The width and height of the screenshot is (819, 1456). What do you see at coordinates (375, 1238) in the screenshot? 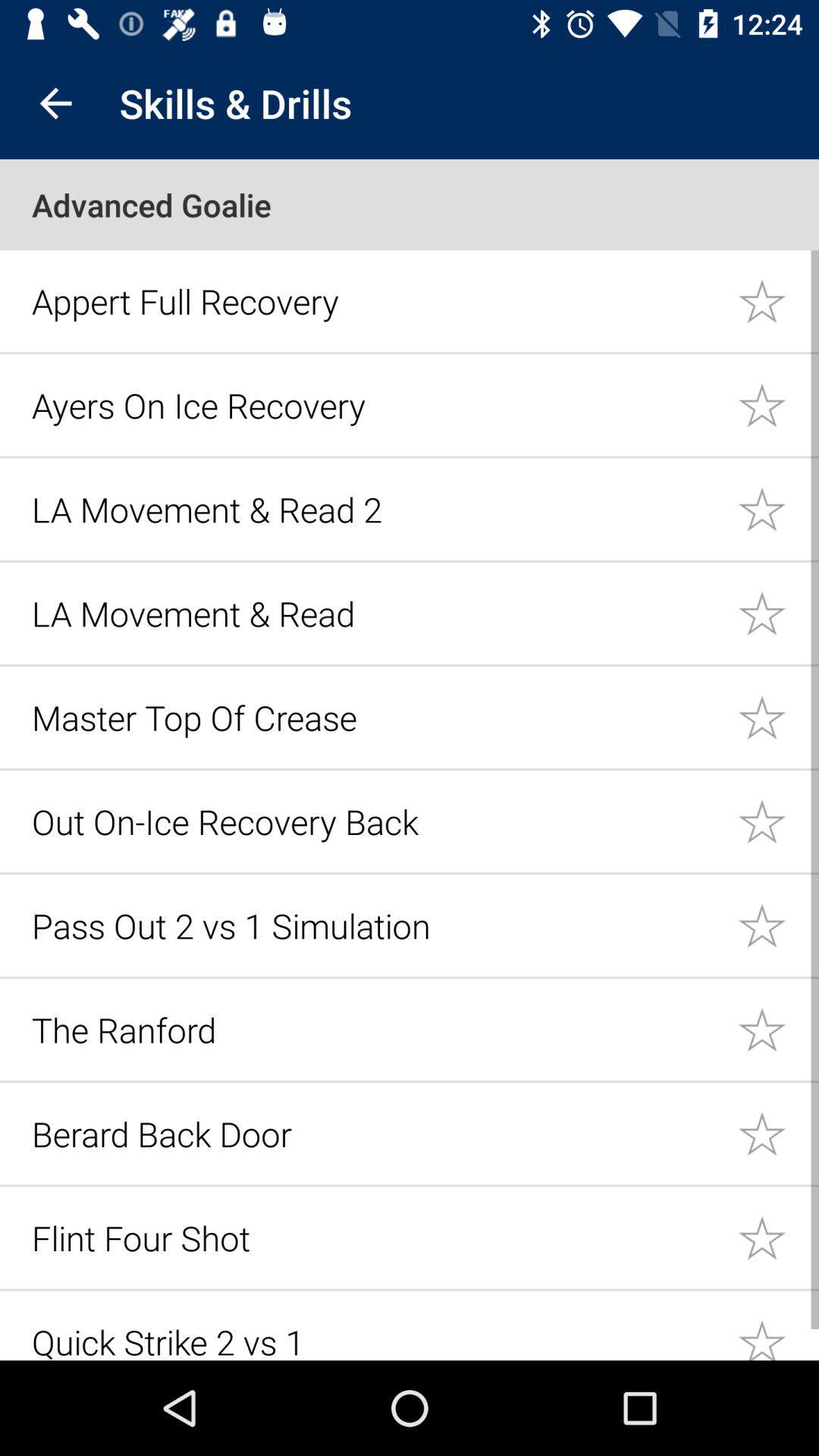
I see `icon above the quick strike 2 item` at bounding box center [375, 1238].